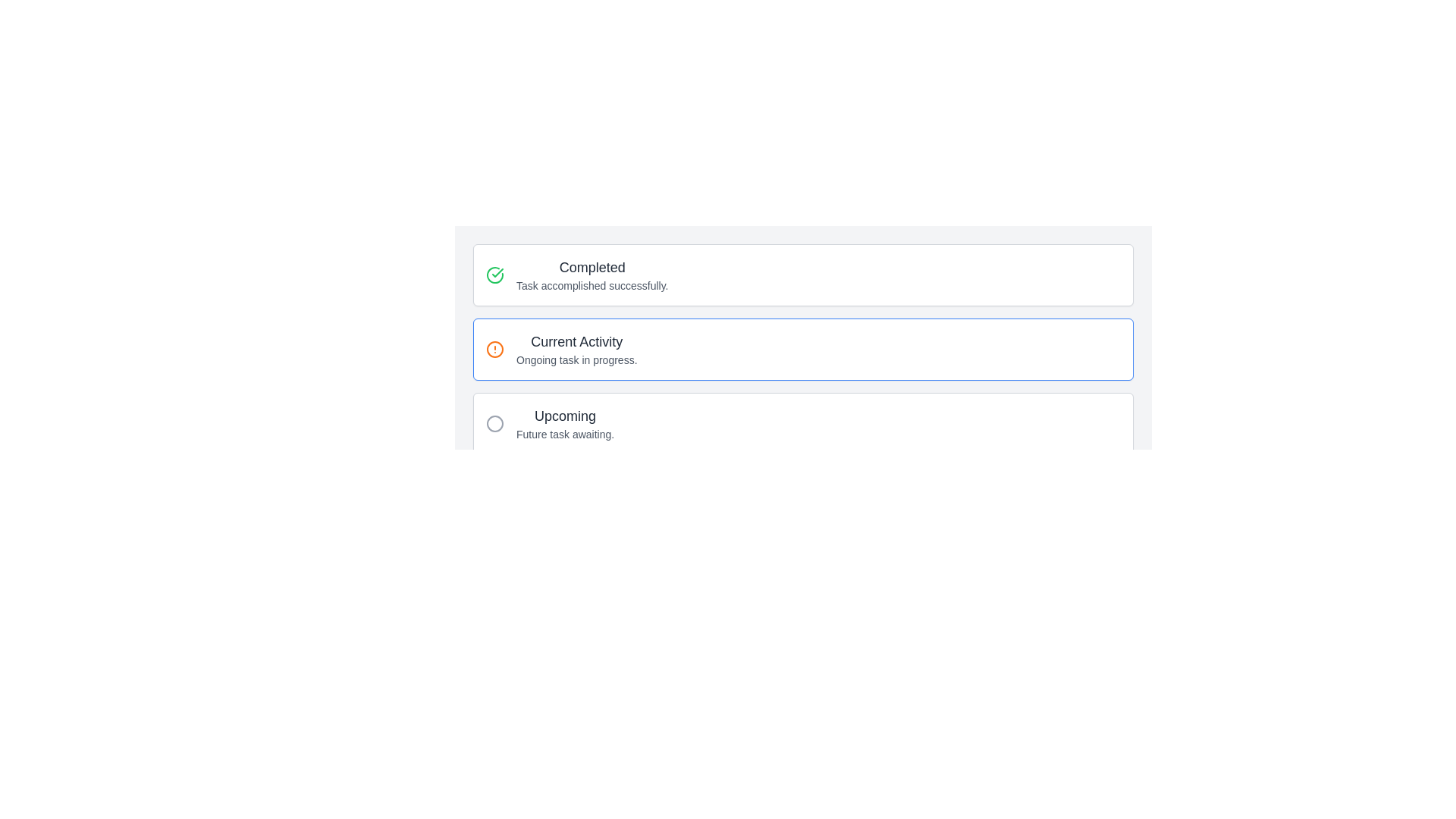 The width and height of the screenshot is (1456, 819). Describe the element at coordinates (494, 350) in the screenshot. I see `the circular border of the alert icon, which serves as a visual indicator for the 'Current Activity' label, located on the left side of the 'Current Activity' section` at that location.